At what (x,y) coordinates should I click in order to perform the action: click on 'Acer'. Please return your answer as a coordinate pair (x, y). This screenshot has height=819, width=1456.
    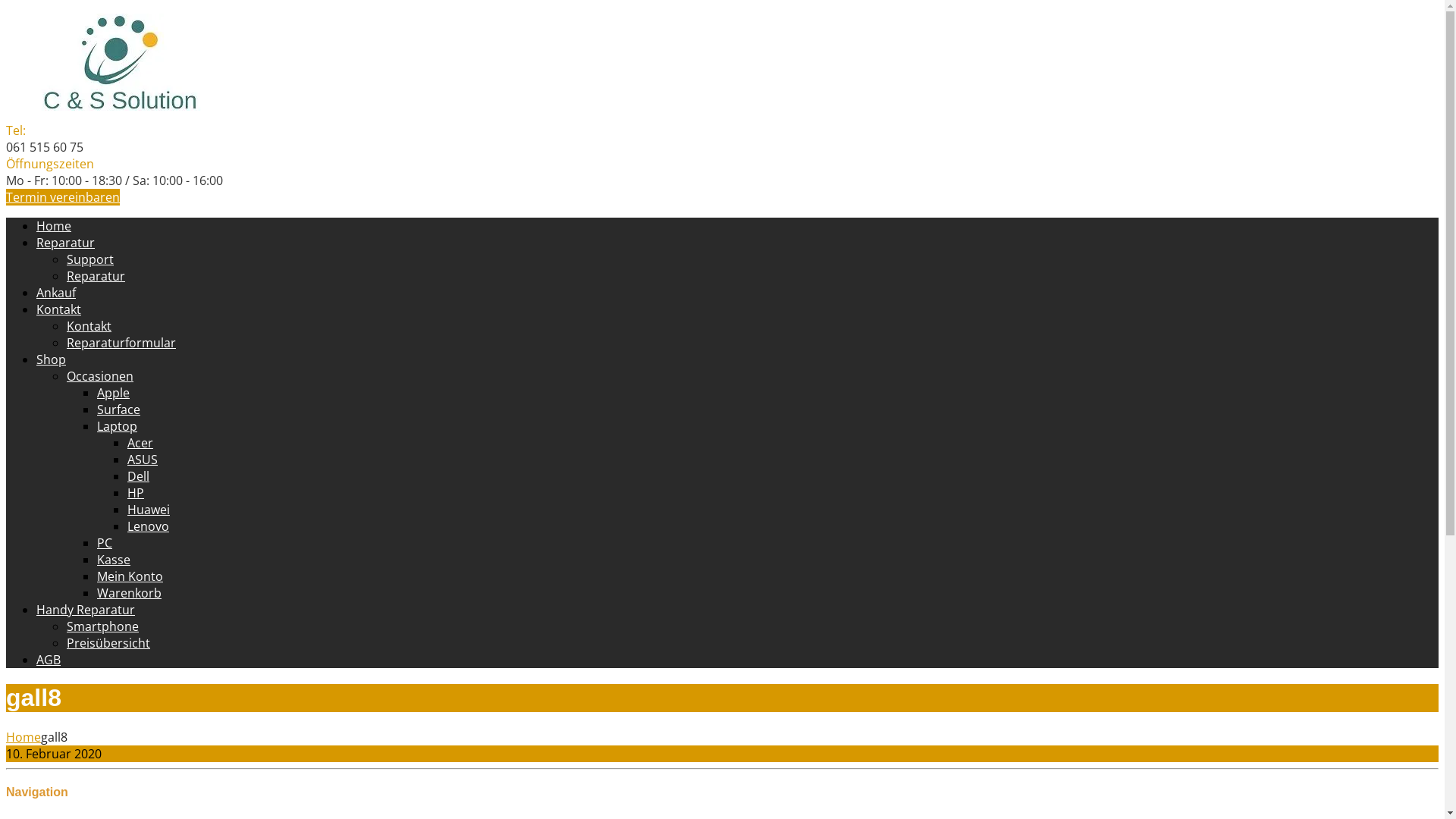
    Looking at the image, I should click on (127, 442).